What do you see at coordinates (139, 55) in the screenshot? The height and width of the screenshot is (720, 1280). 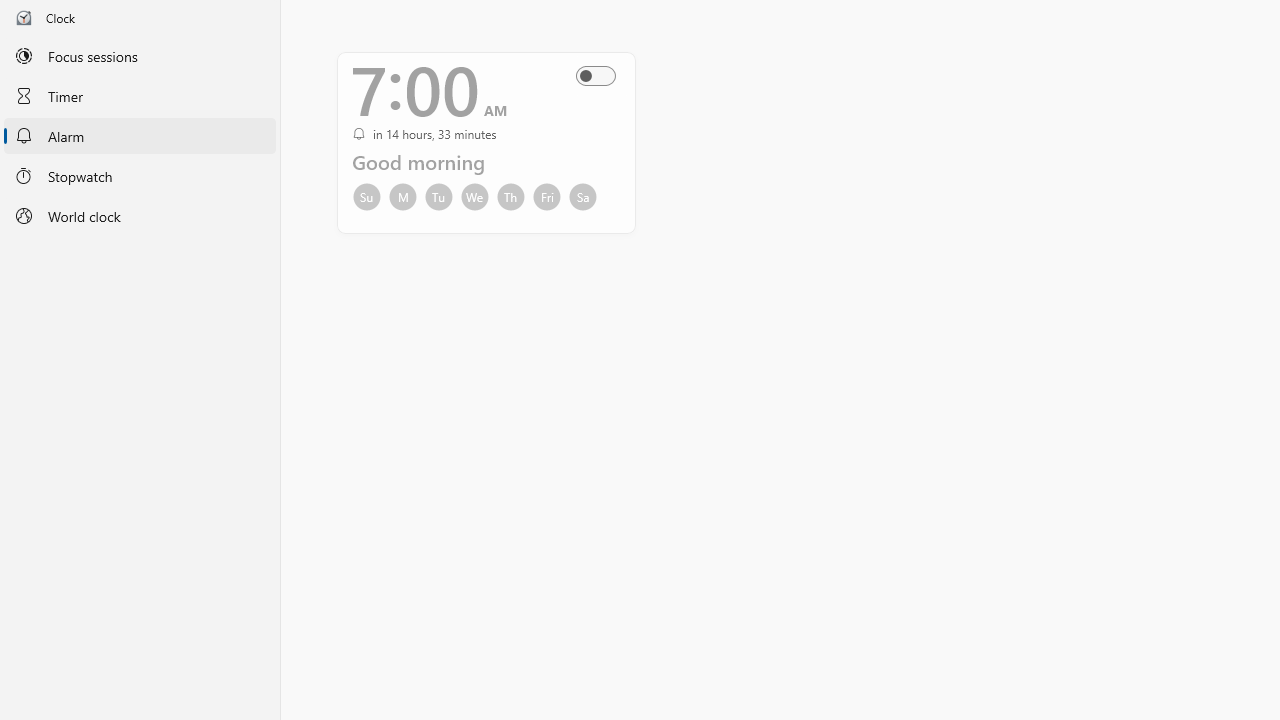 I see `'Focus sessions'` at bounding box center [139, 55].